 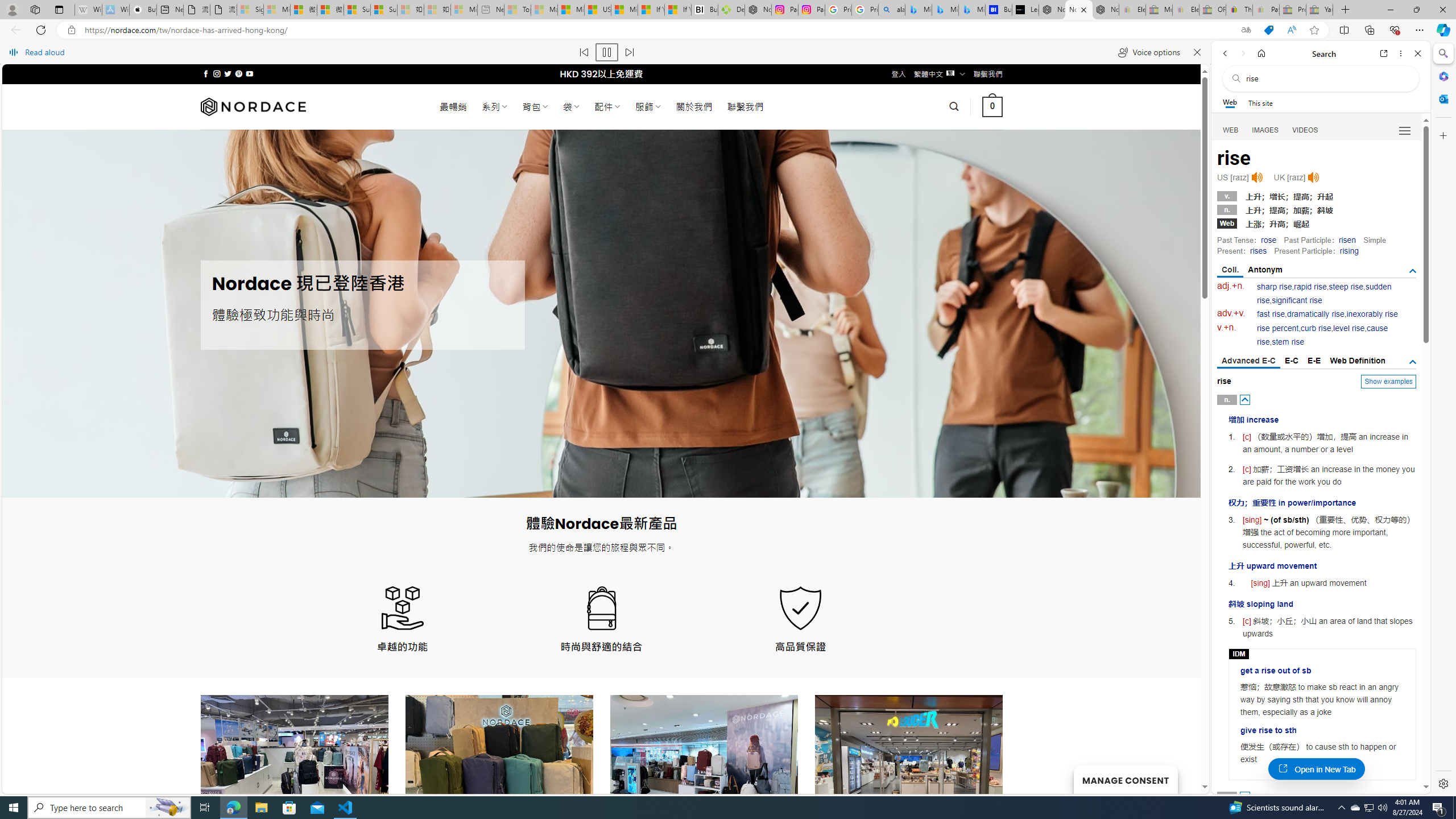 I want to click on 'E-E', so click(x=1314, y=360).